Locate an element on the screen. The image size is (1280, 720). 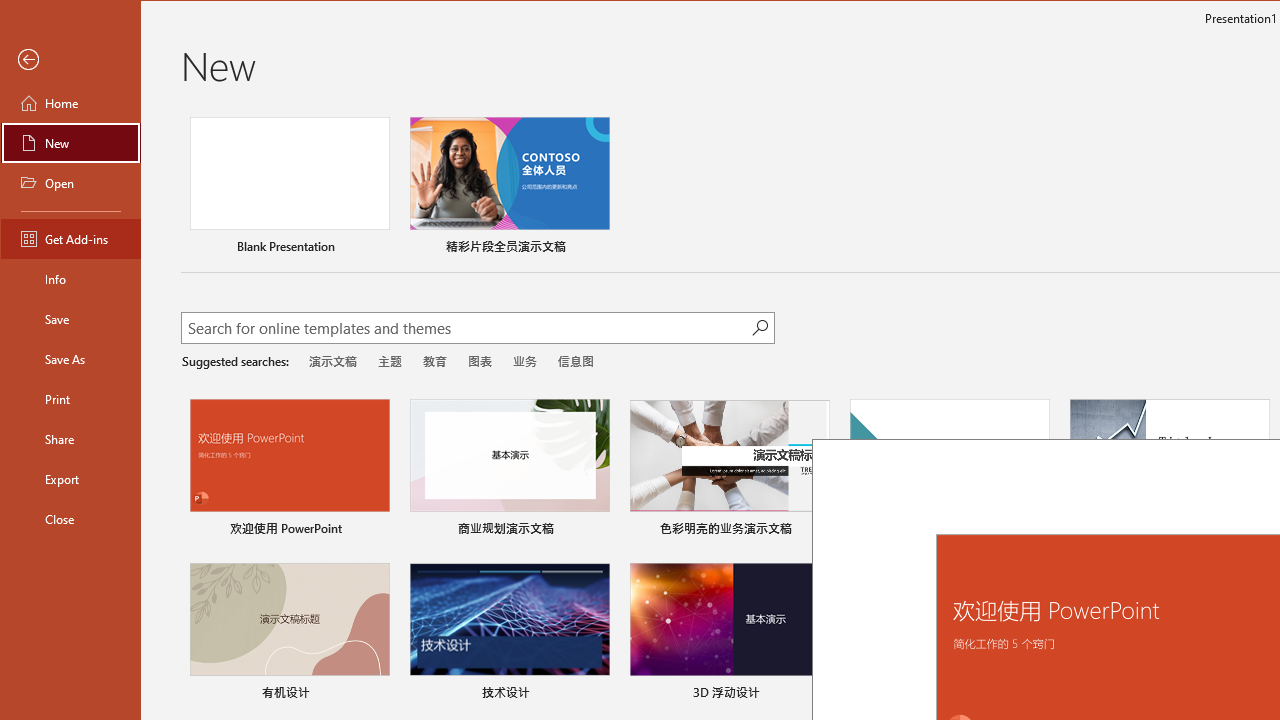
'Start searching' is located at coordinates (759, 326).